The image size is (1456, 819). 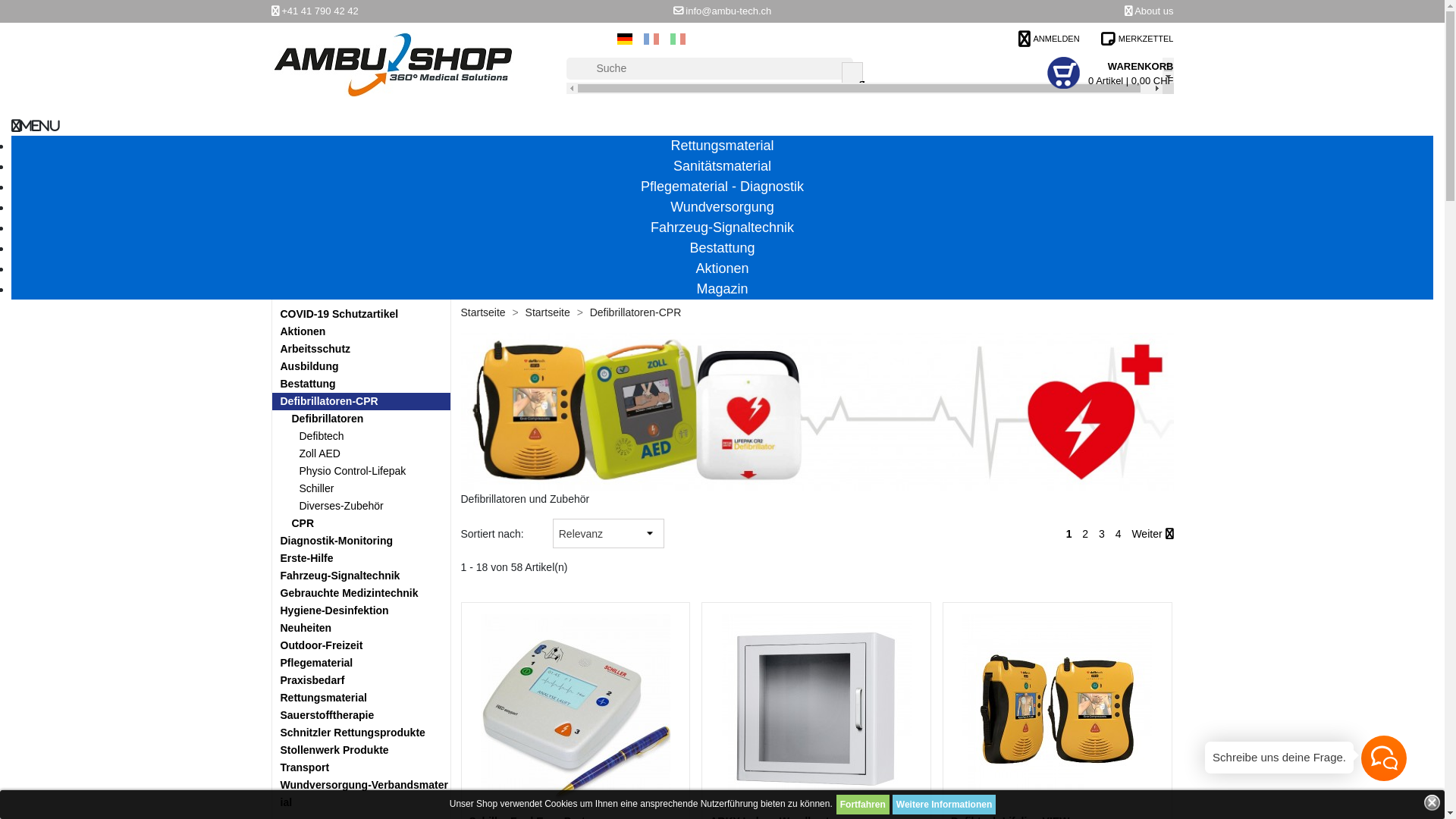 What do you see at coordinates (695, 288) in the screenshot?
I see `'Magazin'` at bounding box center [695, 288].